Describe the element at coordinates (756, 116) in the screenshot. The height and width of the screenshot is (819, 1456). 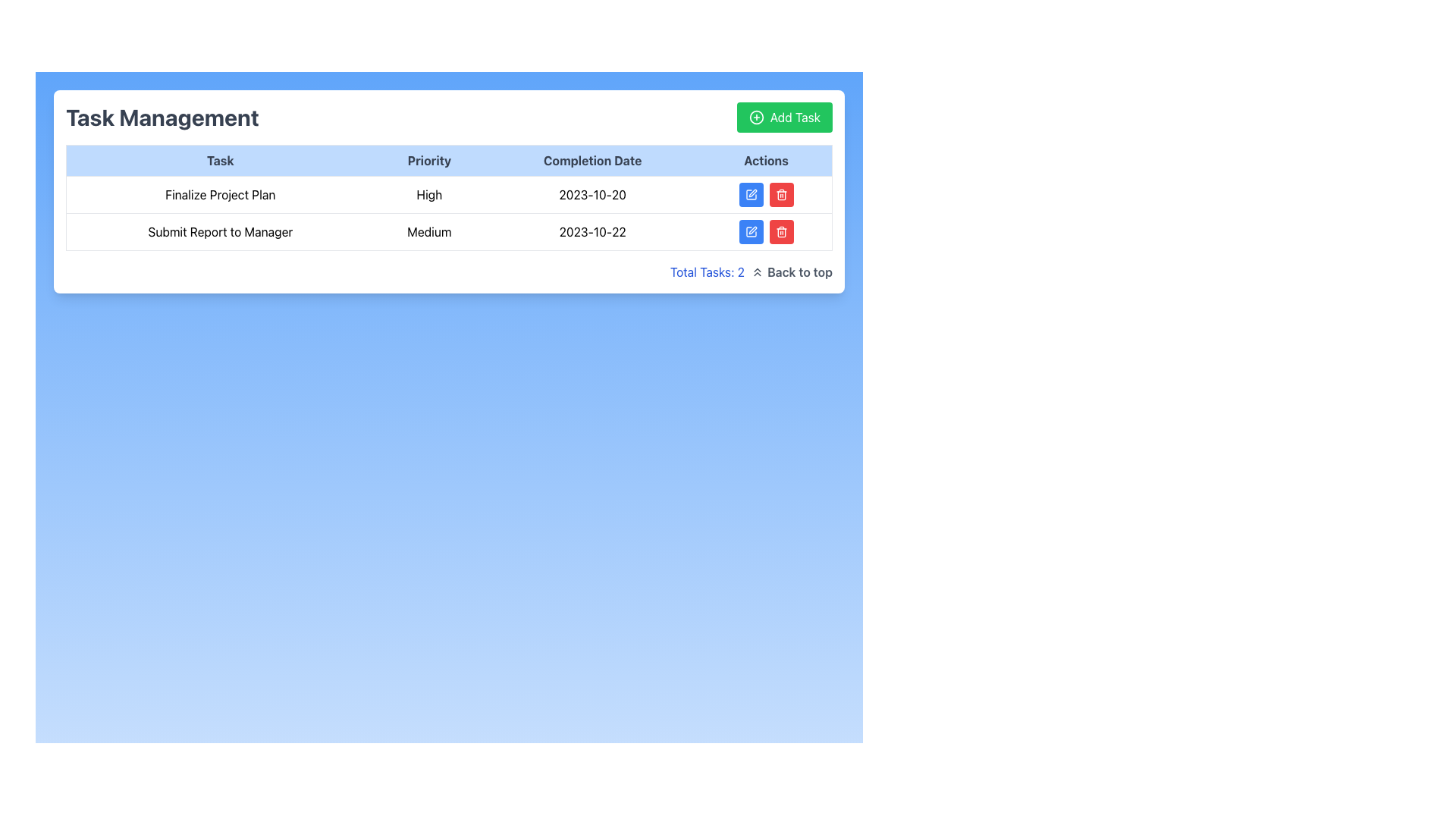
I see `the icon within the 'Add Task' button, which is located near the top-right corner of the interface, adjacent to the task list table` at that location.